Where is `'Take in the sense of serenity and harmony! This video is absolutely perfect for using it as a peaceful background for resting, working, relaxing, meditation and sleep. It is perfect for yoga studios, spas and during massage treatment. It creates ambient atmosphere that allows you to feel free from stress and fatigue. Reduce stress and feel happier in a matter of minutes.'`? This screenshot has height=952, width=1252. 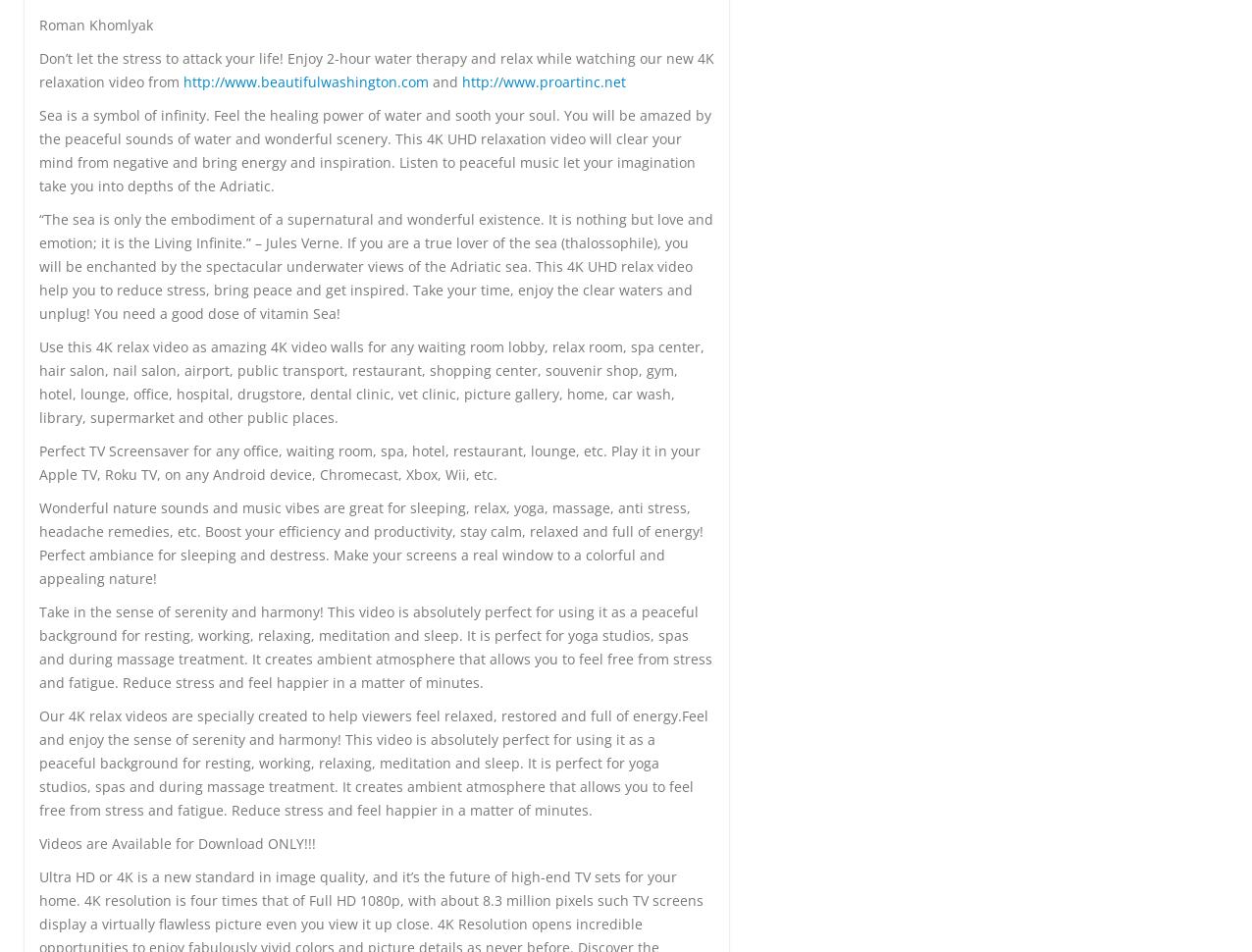 'Take in the sense of serenity and harmony! This video is absolutely perfect for using it as a peaceful background for resting, working, relaxing, meditation and sleep. It is perfect for yoga studios, spas and during massage treatment. It creates ambient atmosphere that allows you to feel free from stress and fatigue. Reduce stress and feel happier in a matter of minutes.' is located at coordinates (375, 645).